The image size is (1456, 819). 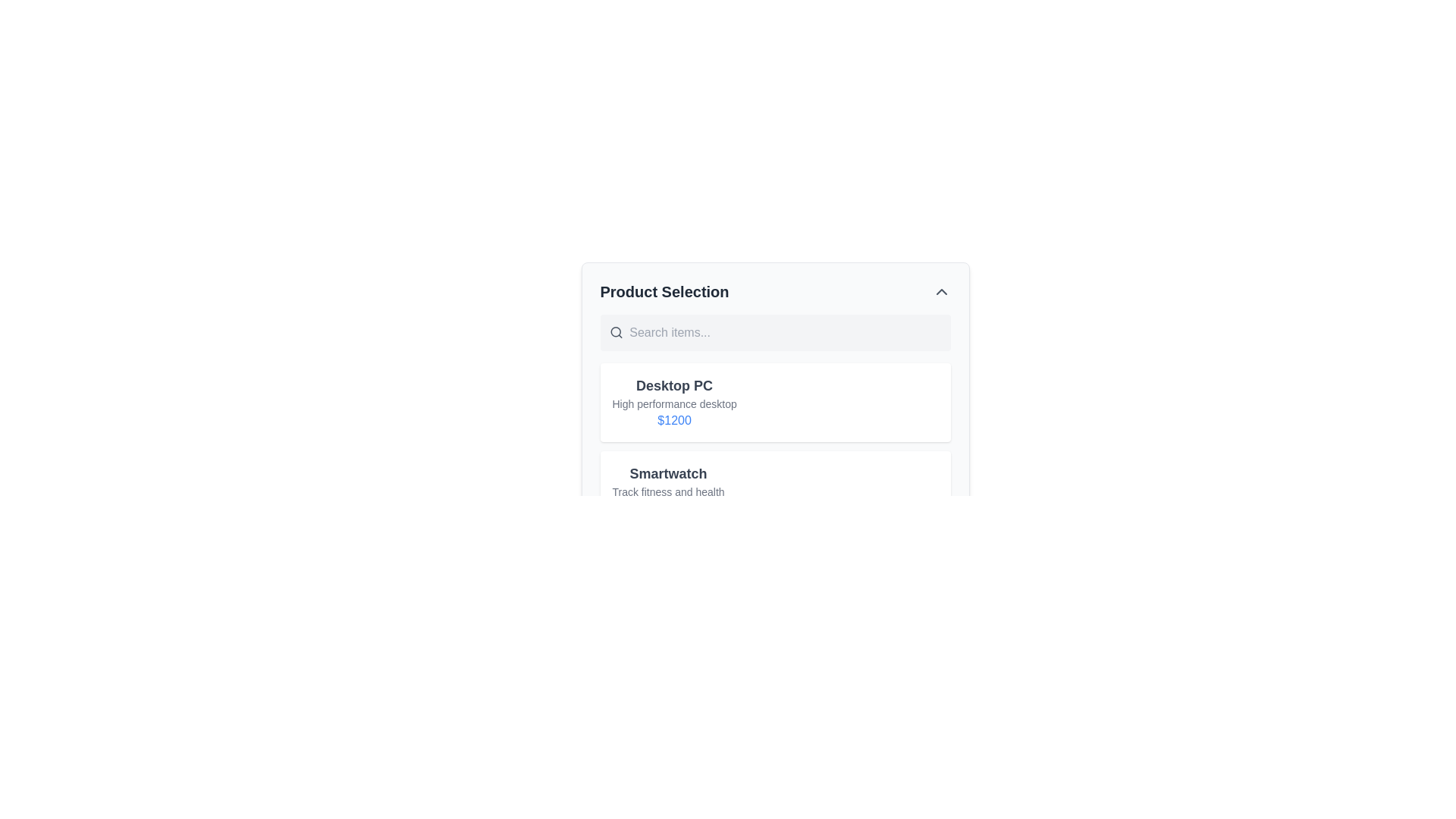 What do you see at coordinates (673, 385) in the screenshot?
I see `the Text label titled 'Desktop PC' to emphasize it and trigger possible tooltips` at bounding box center [673, 385].